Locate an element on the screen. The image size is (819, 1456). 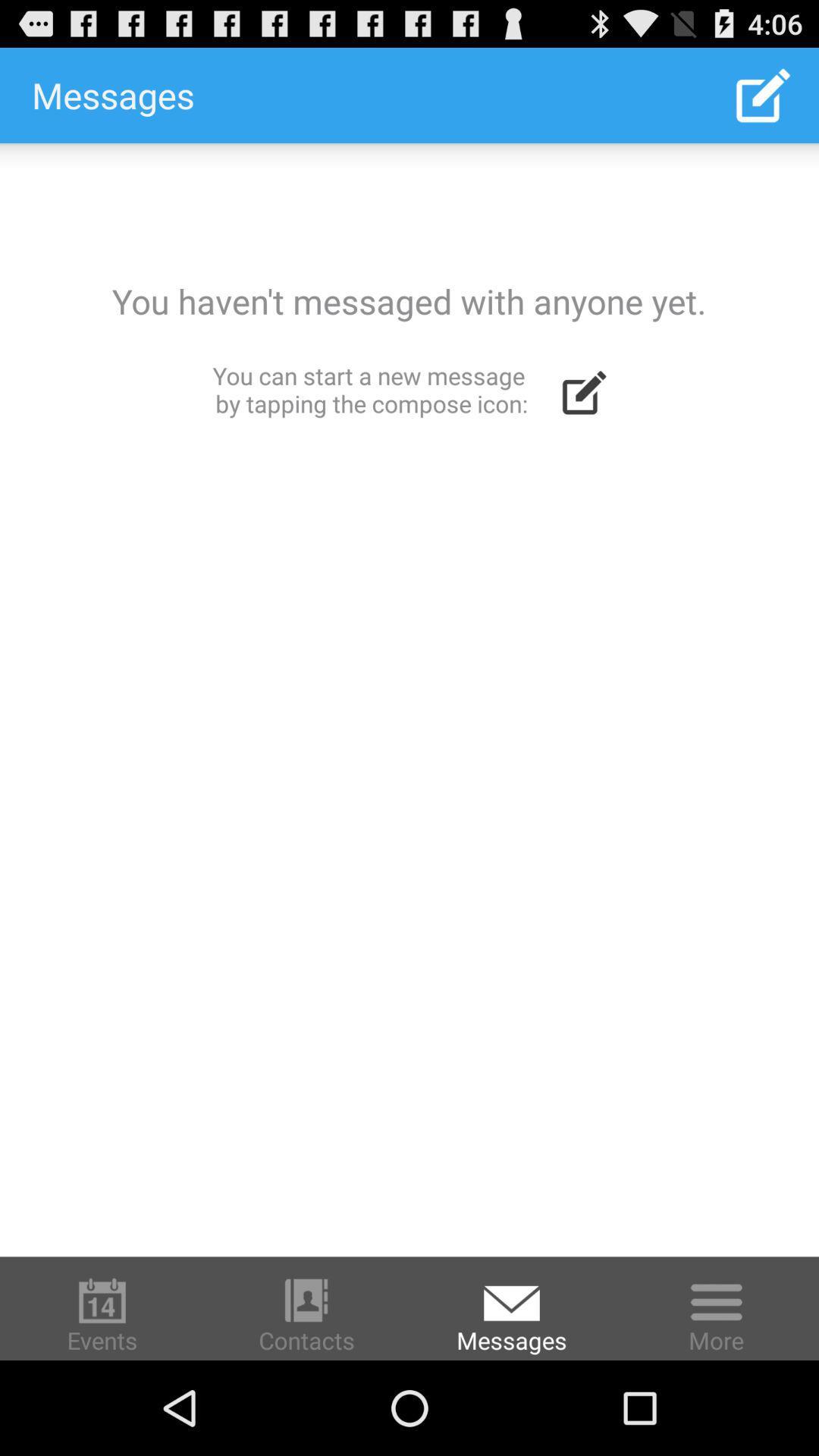
icon at the center is located at coordinates (409, 698).